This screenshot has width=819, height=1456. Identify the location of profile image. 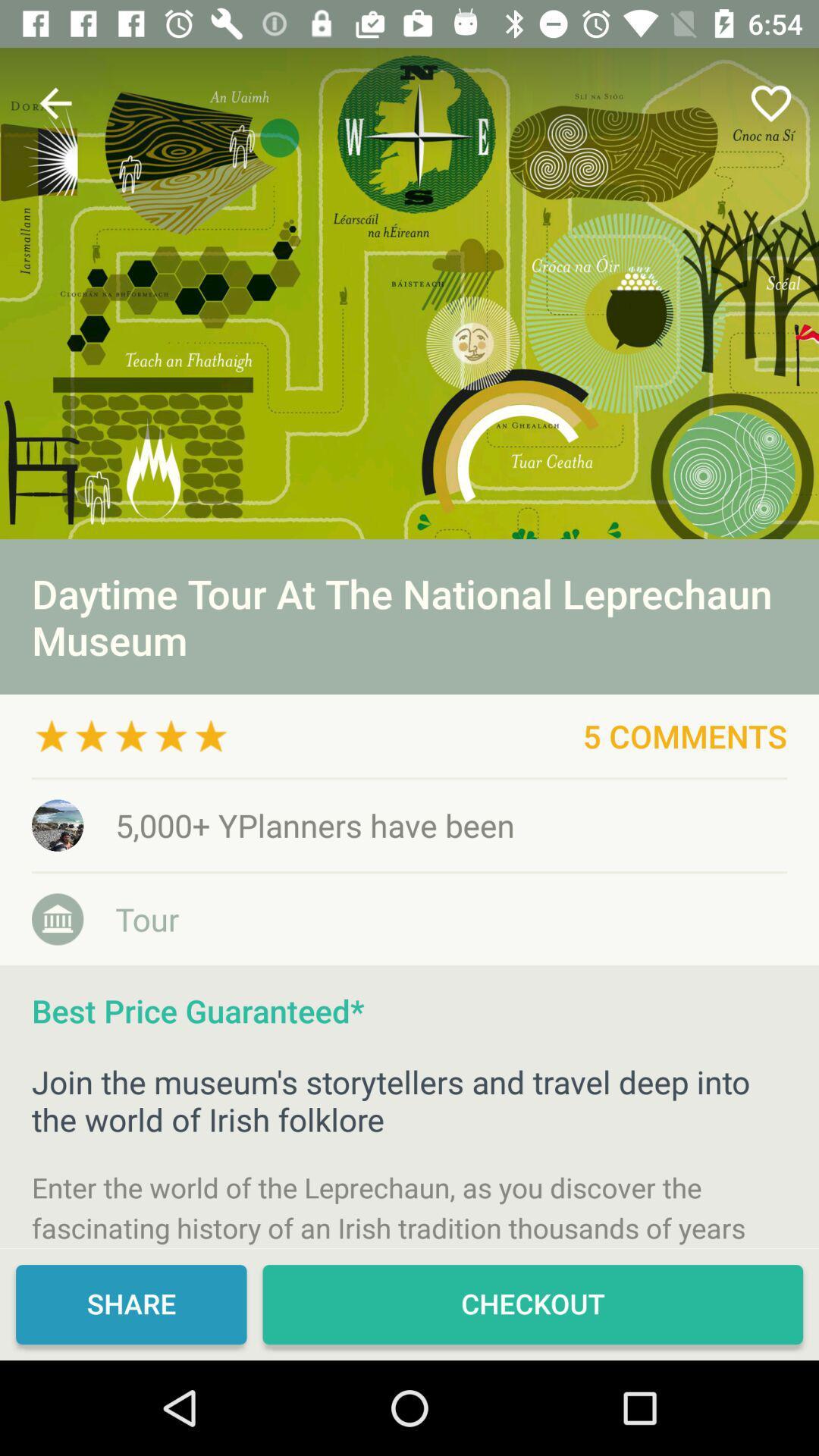
(409, 293).